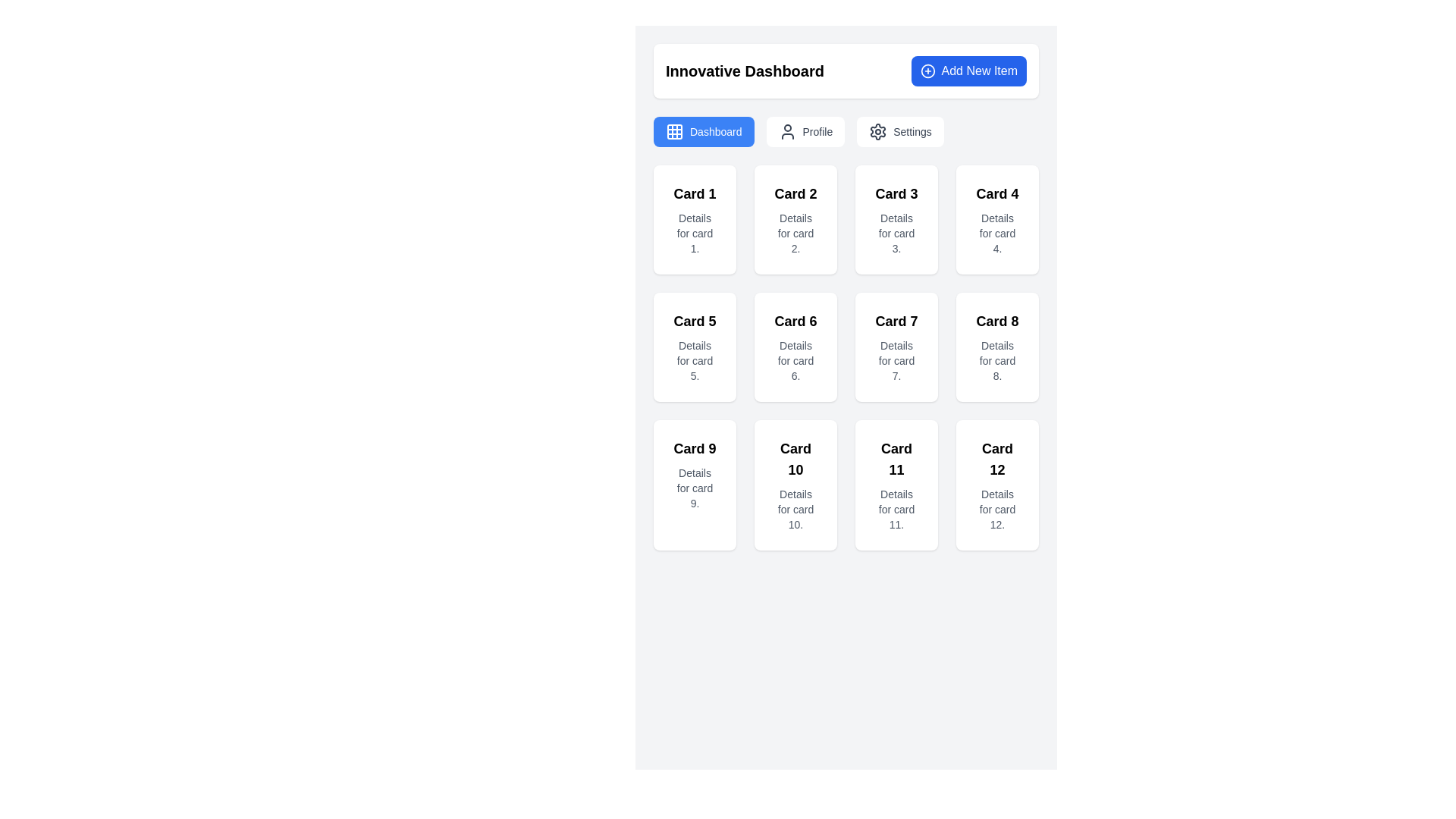 The width and height of the screenshot is (1456, 819). I want to click on the 'Dashboard' icon located within the blue button, so click(673, 130).